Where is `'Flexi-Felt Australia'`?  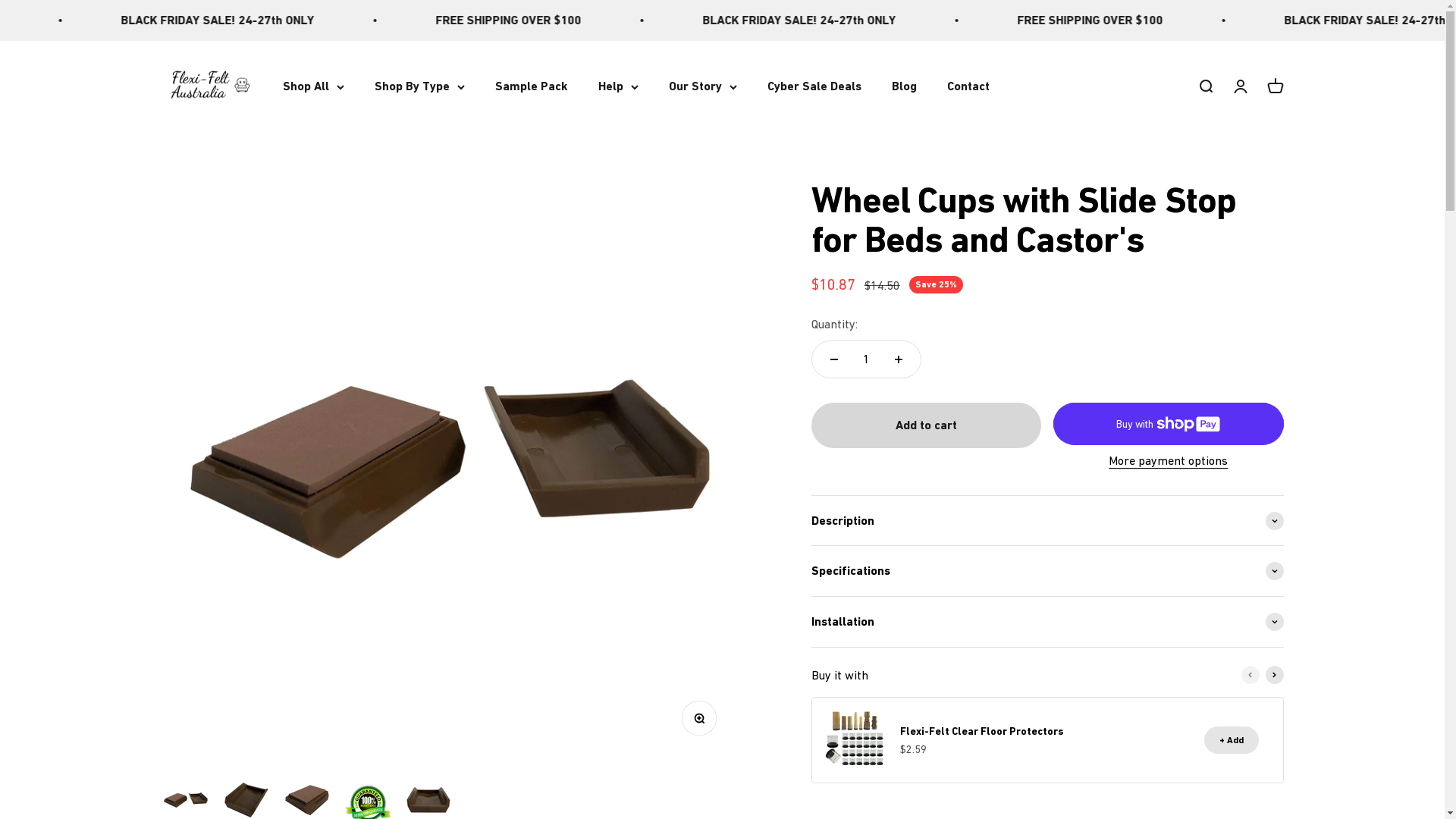
'Flexi-Felt Australia' is located at coordinates (206, 86).